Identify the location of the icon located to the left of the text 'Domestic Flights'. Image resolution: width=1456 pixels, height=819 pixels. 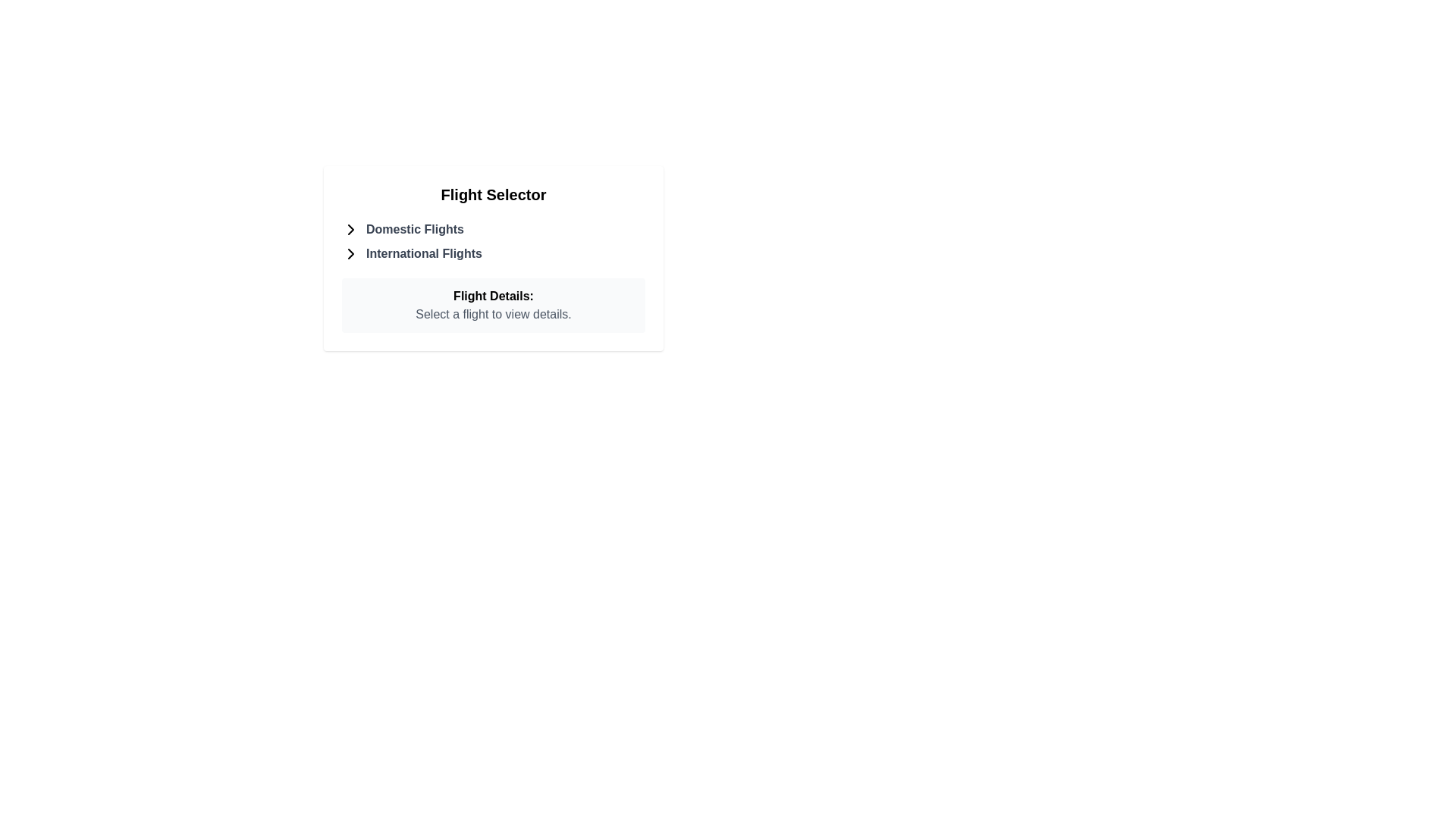
(350, 230).